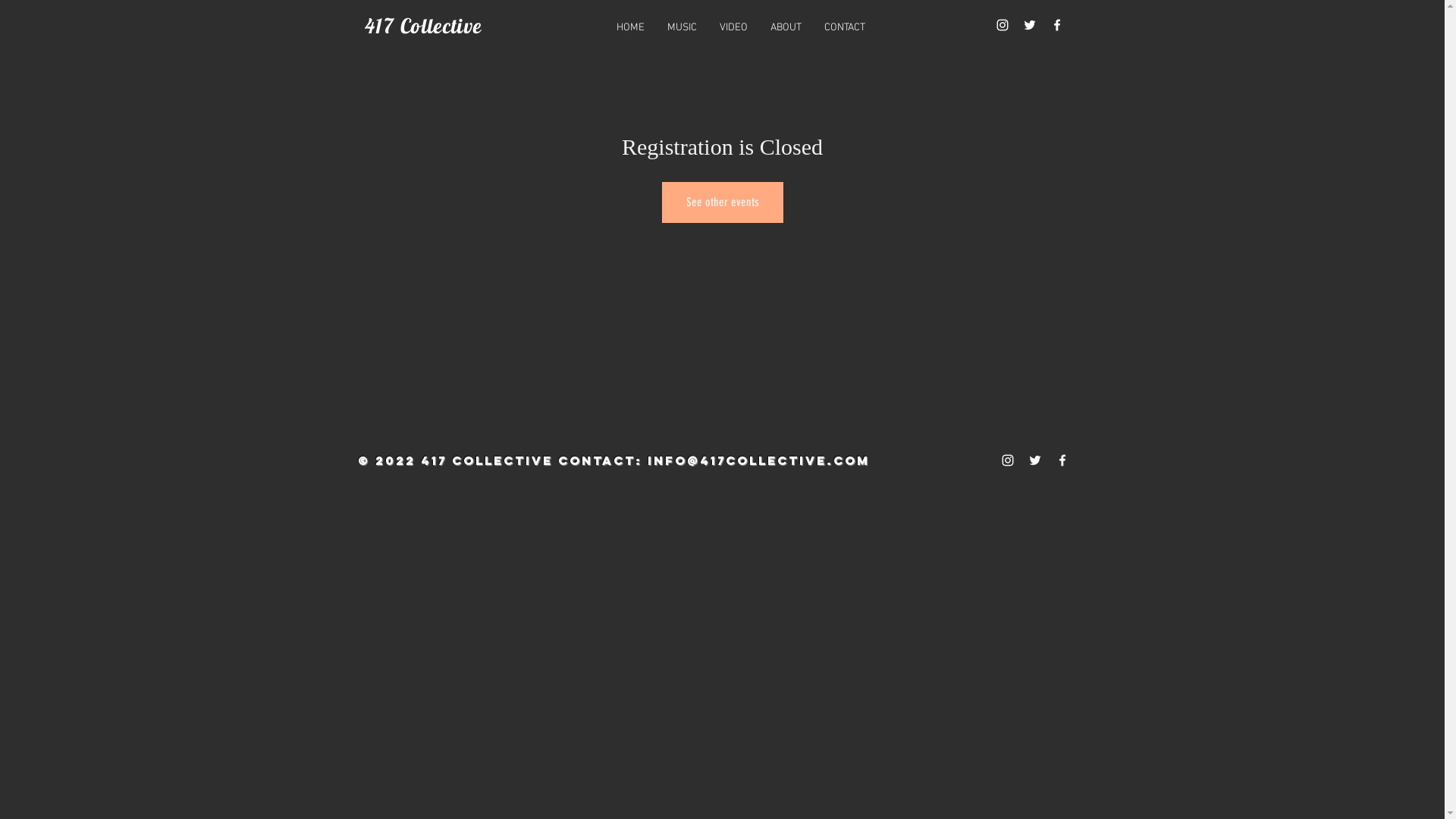 The width and height of the screenshot is (1456, 819). I want to click on '417 Collective', so click(422, 26).